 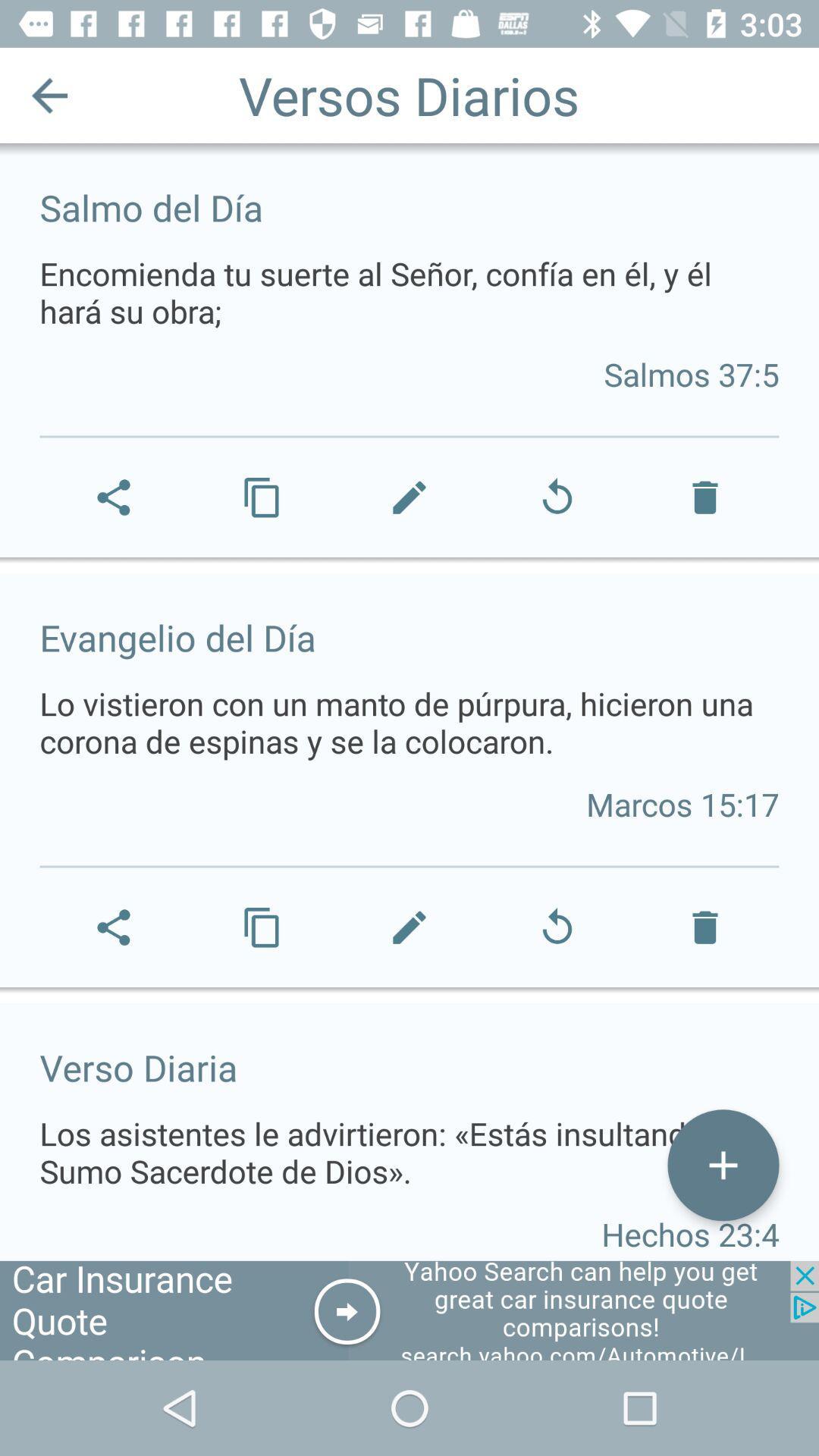 I want to click on follow advertisement link, so click(x=409, y=1310).